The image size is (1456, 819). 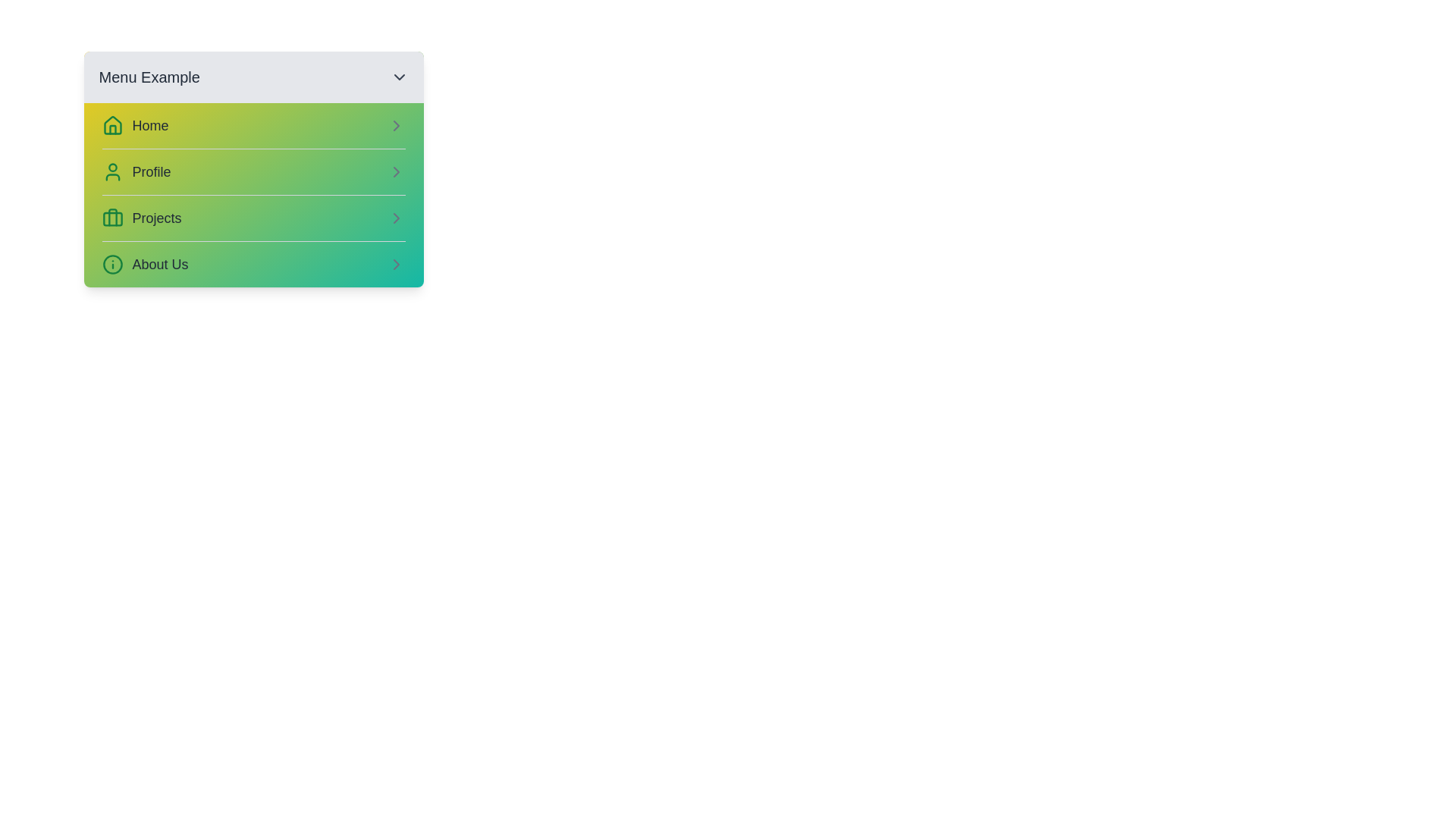 What do you see at coordinates (253, 218) in the screenshot?
I see `the menu item Projects` at bounding box center [253, 218].